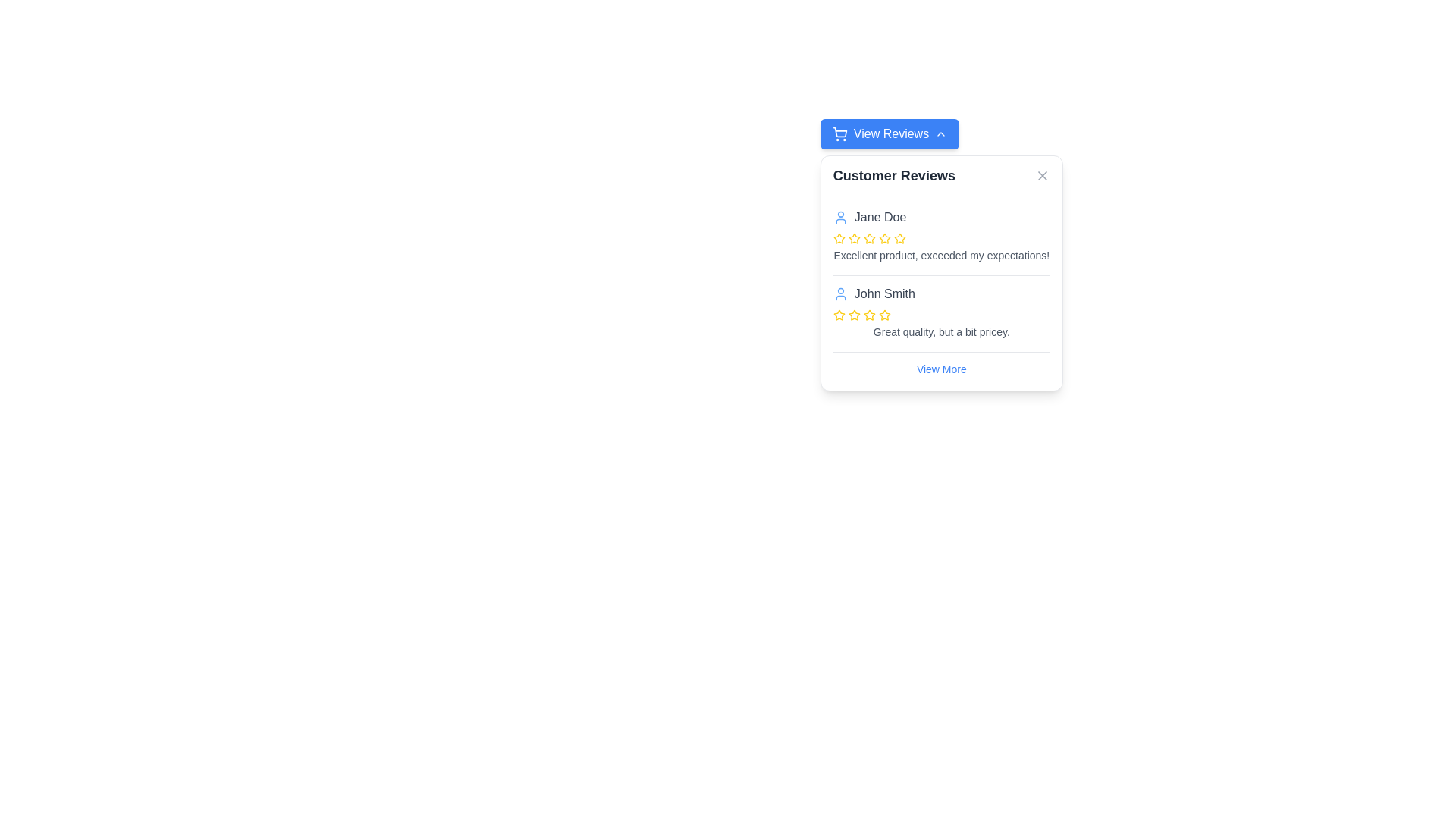 This screenshot has width=1456, height=819. What do you see at coordinates (1041, 174) in the screenshot?
I see `the Icon Button located at the far right of the header section of the 'Customer Reviews' card UI to change its color` at bounding box center [1041, 174].